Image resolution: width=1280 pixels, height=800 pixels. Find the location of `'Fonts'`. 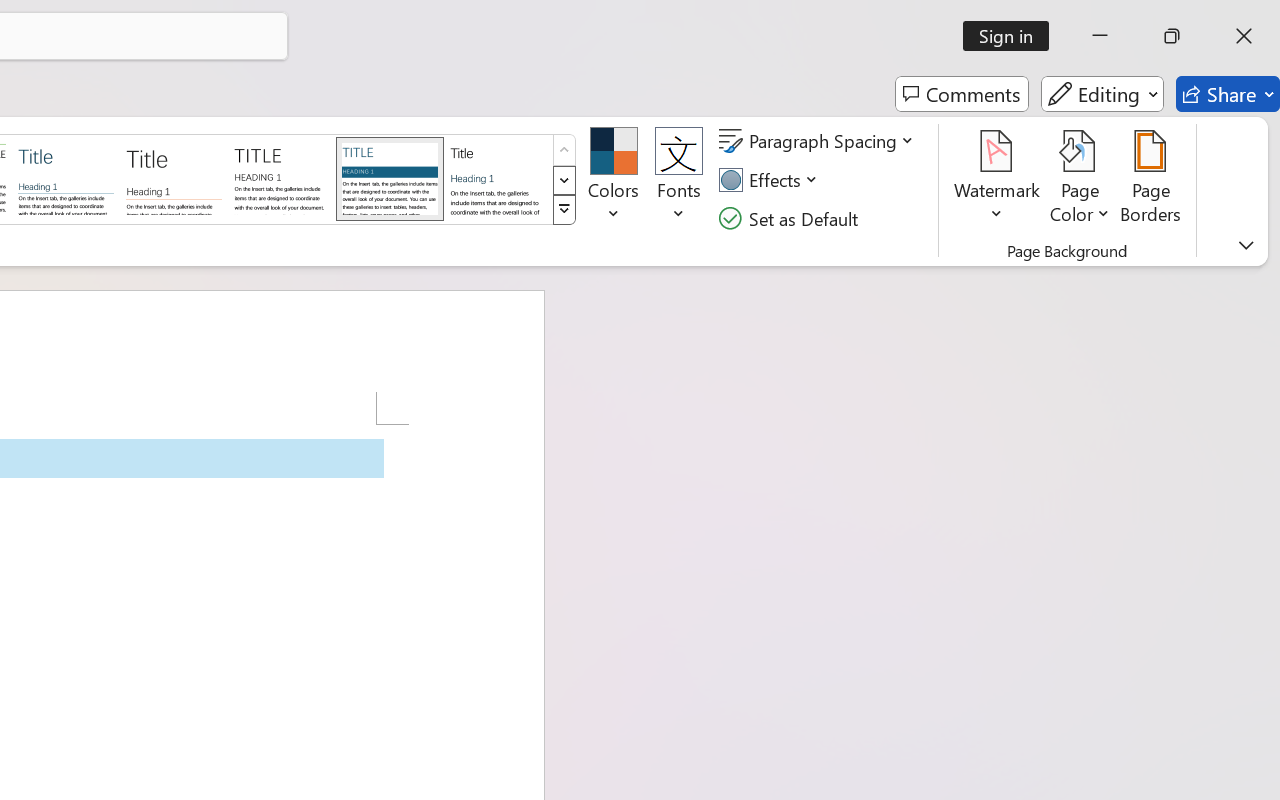

'Fonts' is located at coordinates (679, 179).